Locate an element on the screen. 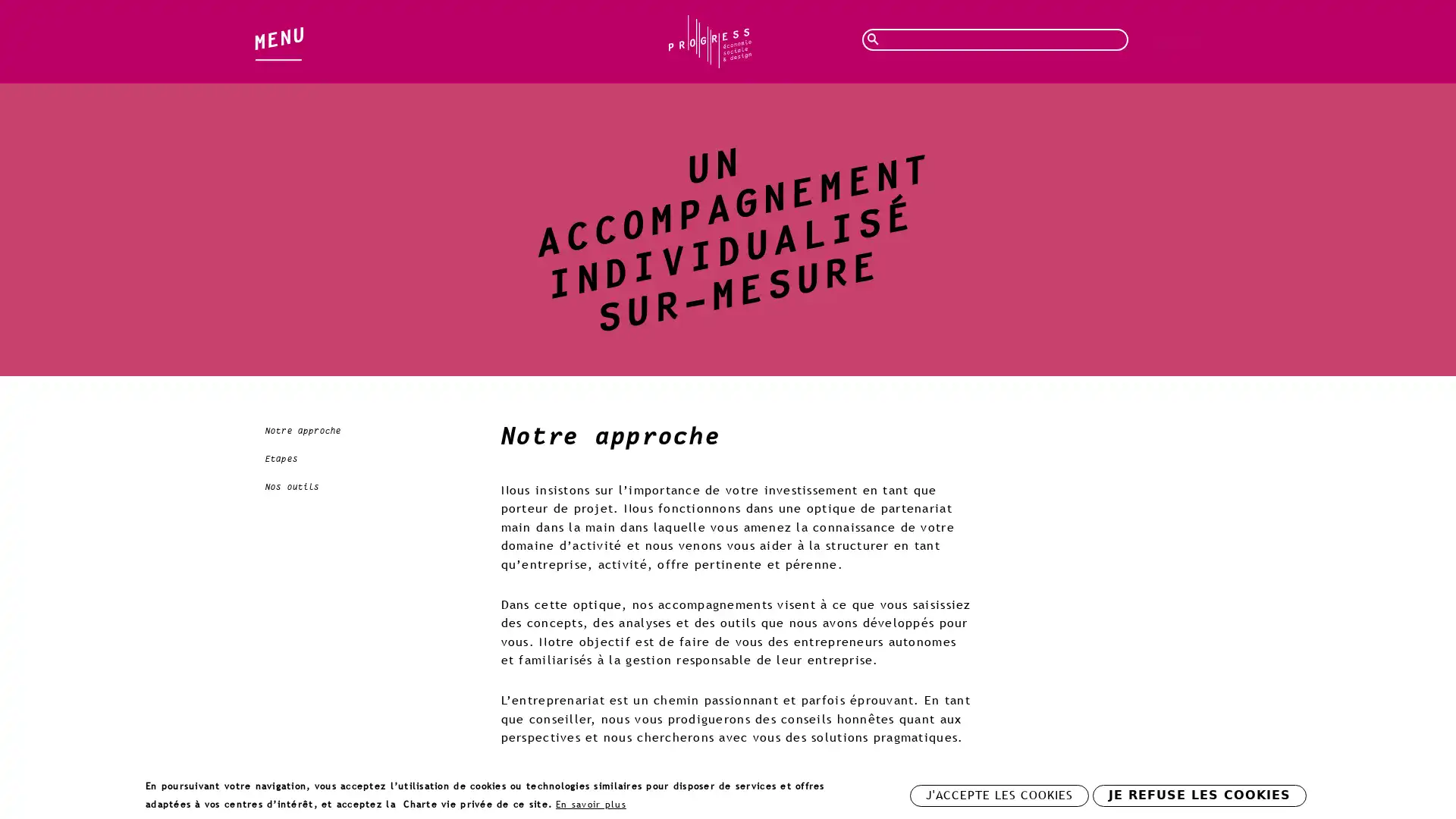 This screenshot has height=819, width=1456. En savoir plus is located at coordinates (589, 803).